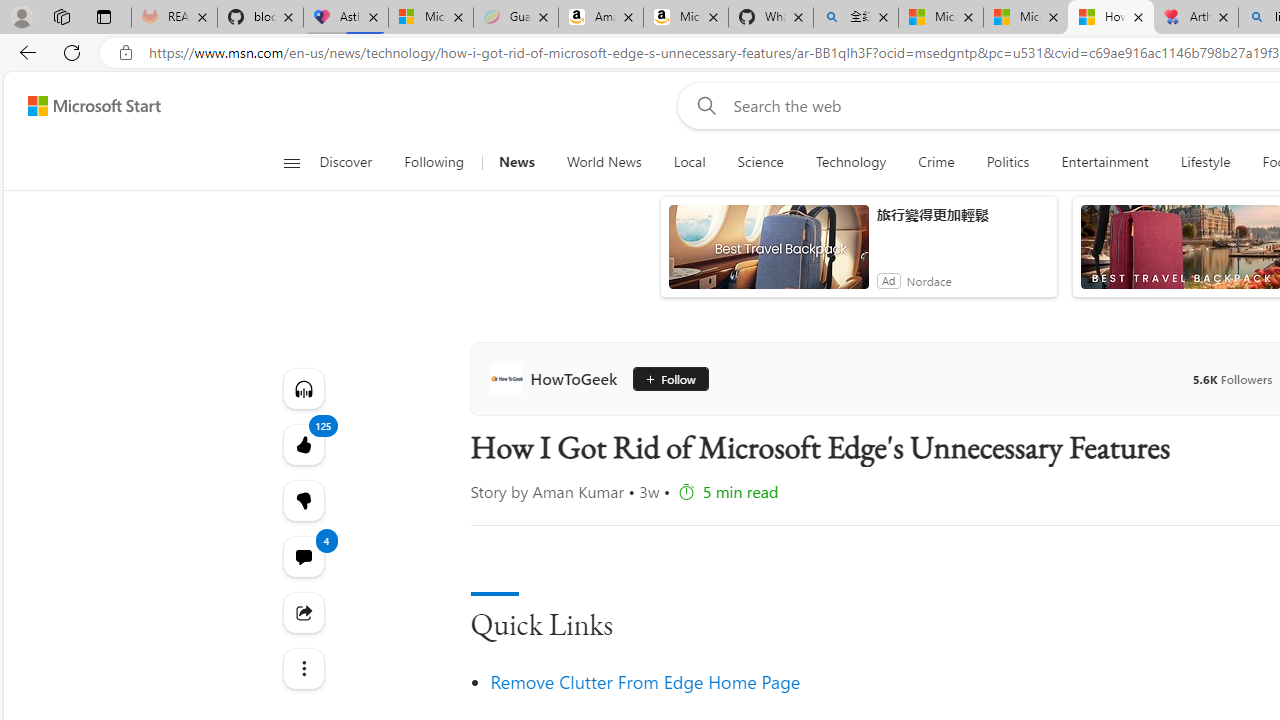  What do you see at coordinates (302, 556) in the screenshot?
I see `'View comments 4 Comment'` at bounding box center [302, 556].